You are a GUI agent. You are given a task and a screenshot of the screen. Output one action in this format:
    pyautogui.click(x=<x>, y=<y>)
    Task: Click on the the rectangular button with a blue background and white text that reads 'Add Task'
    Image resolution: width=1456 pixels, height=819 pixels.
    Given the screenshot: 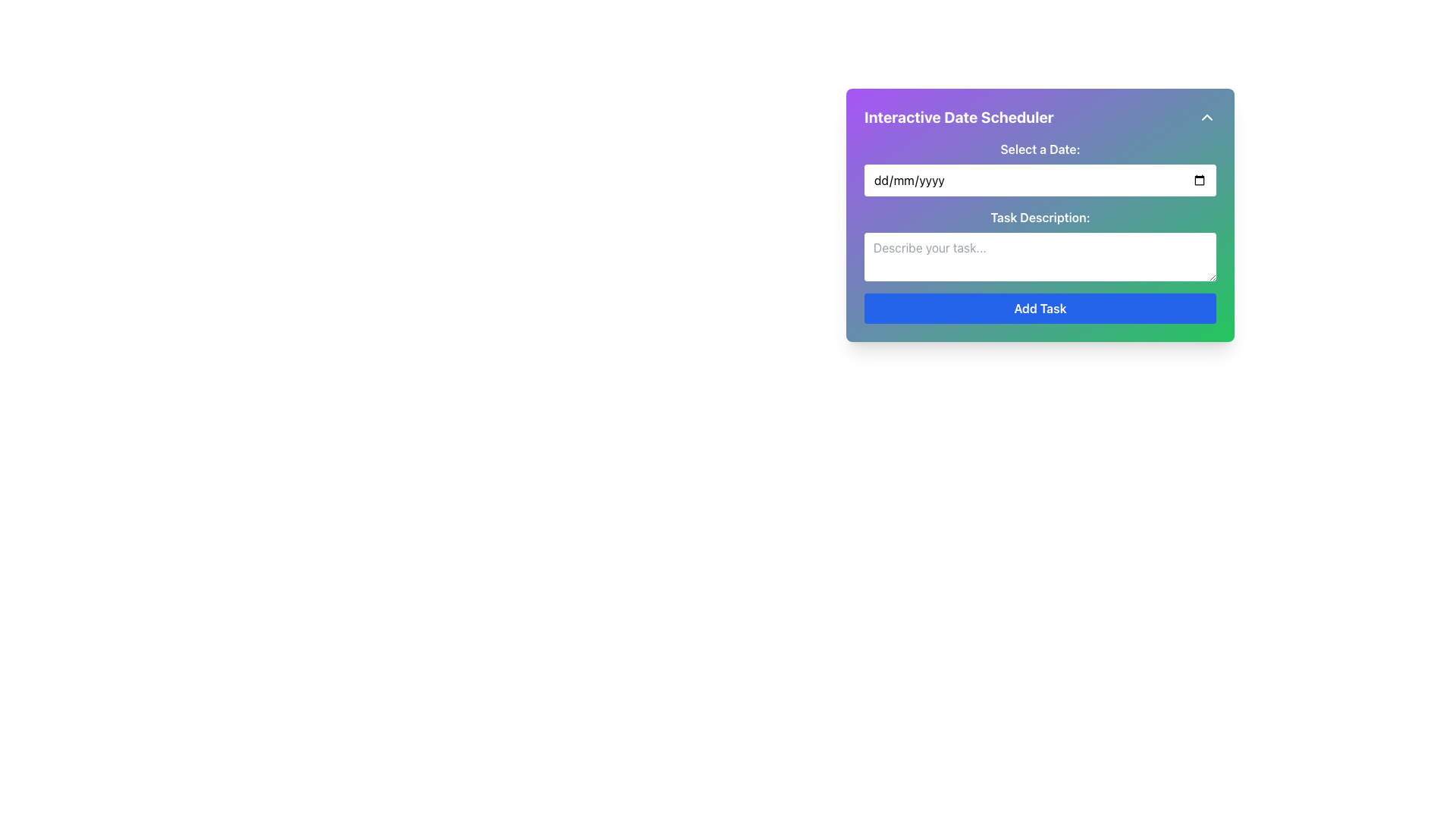 What is the action you would take?
    pyautogui.click(x=1040, y=308)
    